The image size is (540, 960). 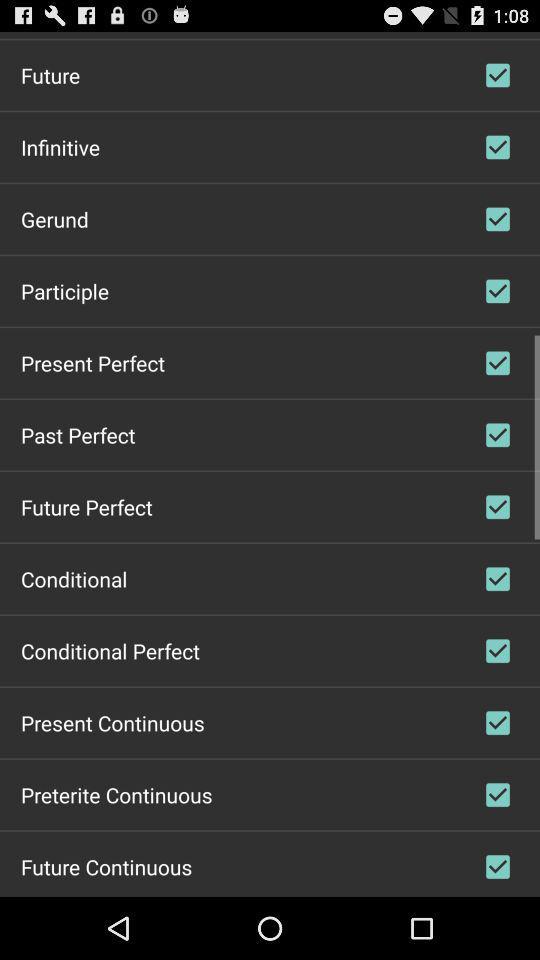 I want to click on app below future icon, so click(x=60, y=145).